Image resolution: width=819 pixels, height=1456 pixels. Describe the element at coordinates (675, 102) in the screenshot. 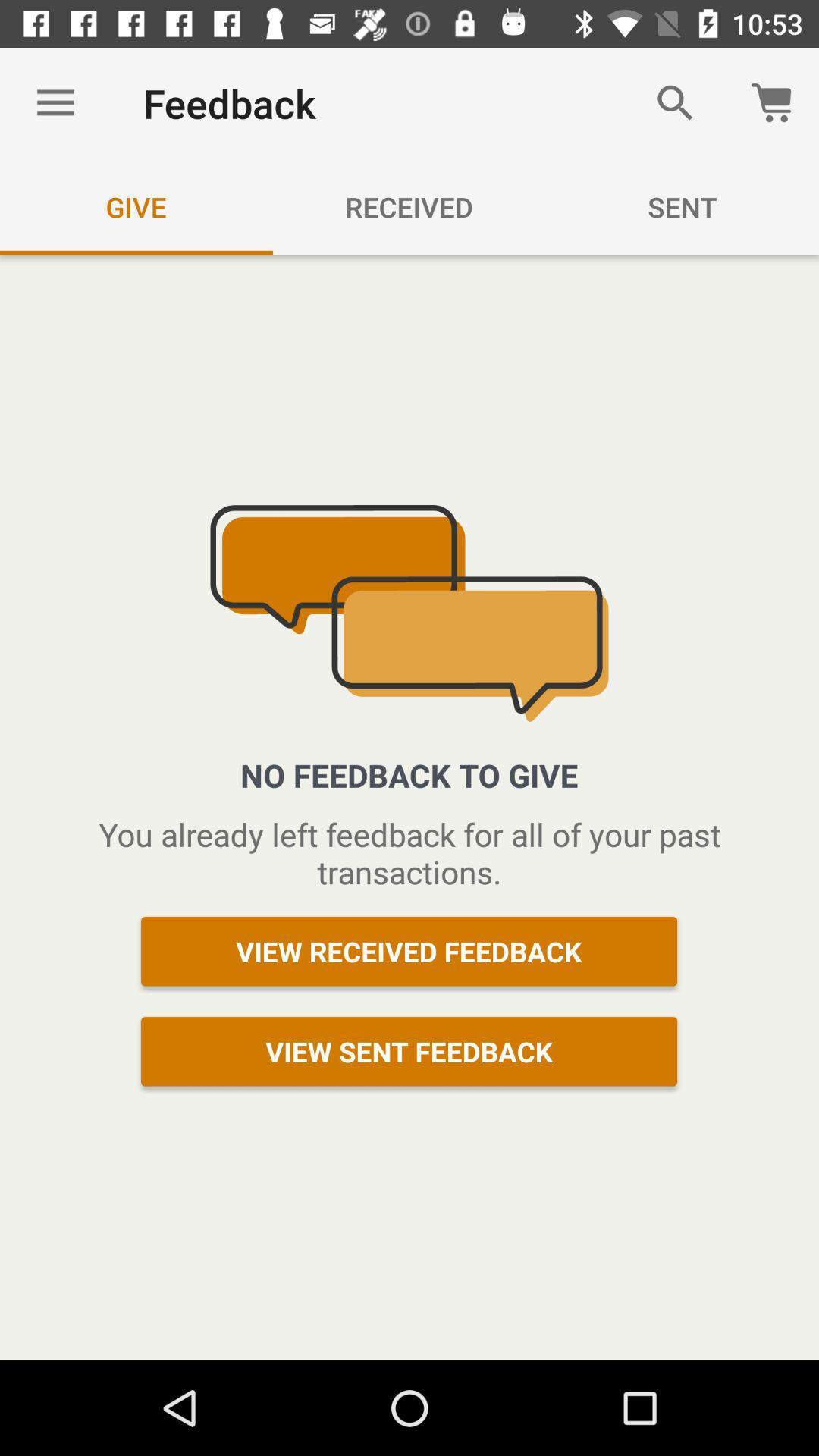

I see `icon next to the feedback item` at that location.